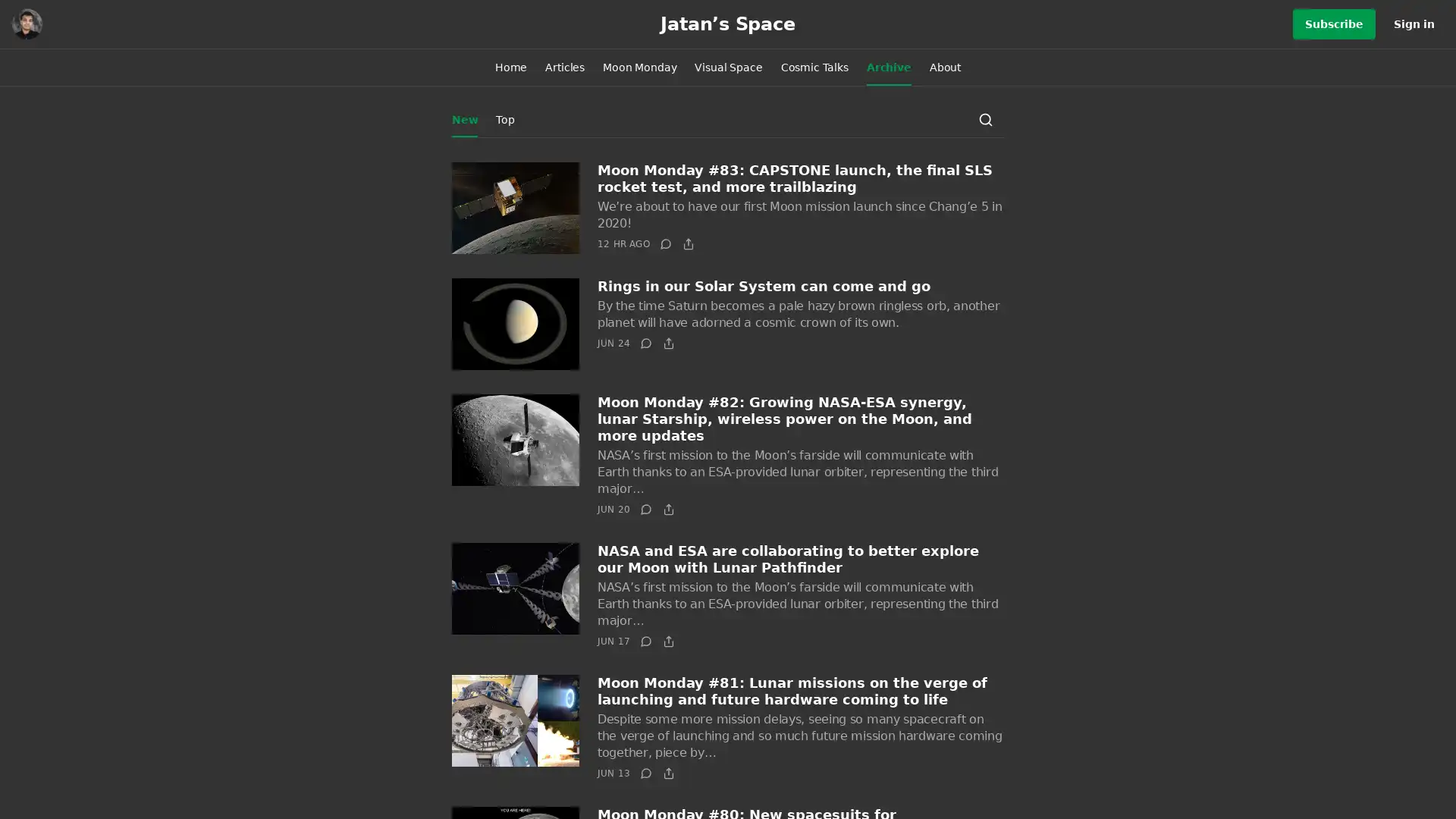 The height and width of the screenshot is (819, 1456). I want to click on Archive, so click(888, 66).